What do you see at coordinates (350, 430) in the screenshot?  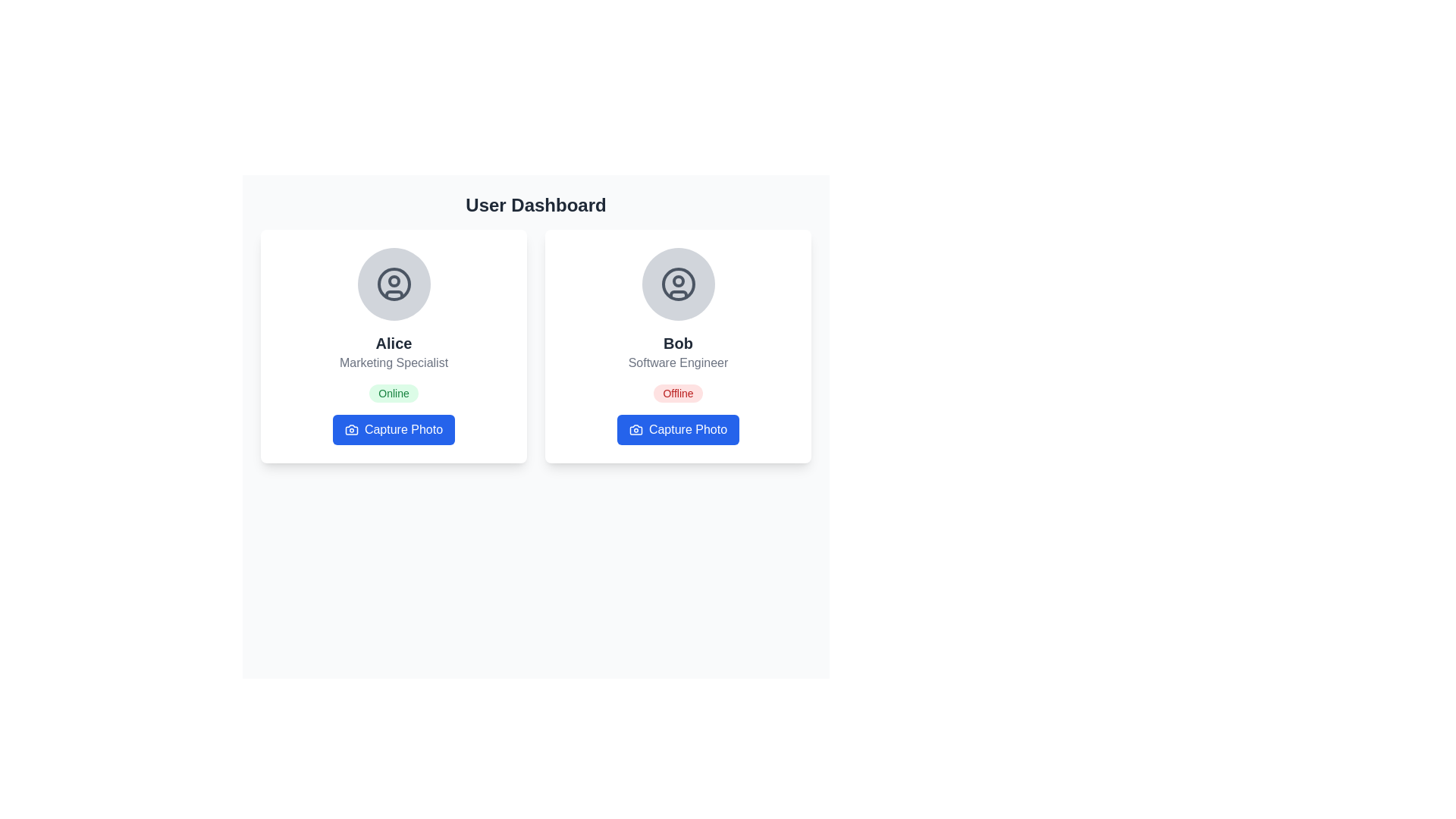 I see `the camera icon located to the left of the 'Capture Photo' text in the clickable blue button below the 'Alice' card in the 'User Dashboard'` at bounding box center [350, 430].